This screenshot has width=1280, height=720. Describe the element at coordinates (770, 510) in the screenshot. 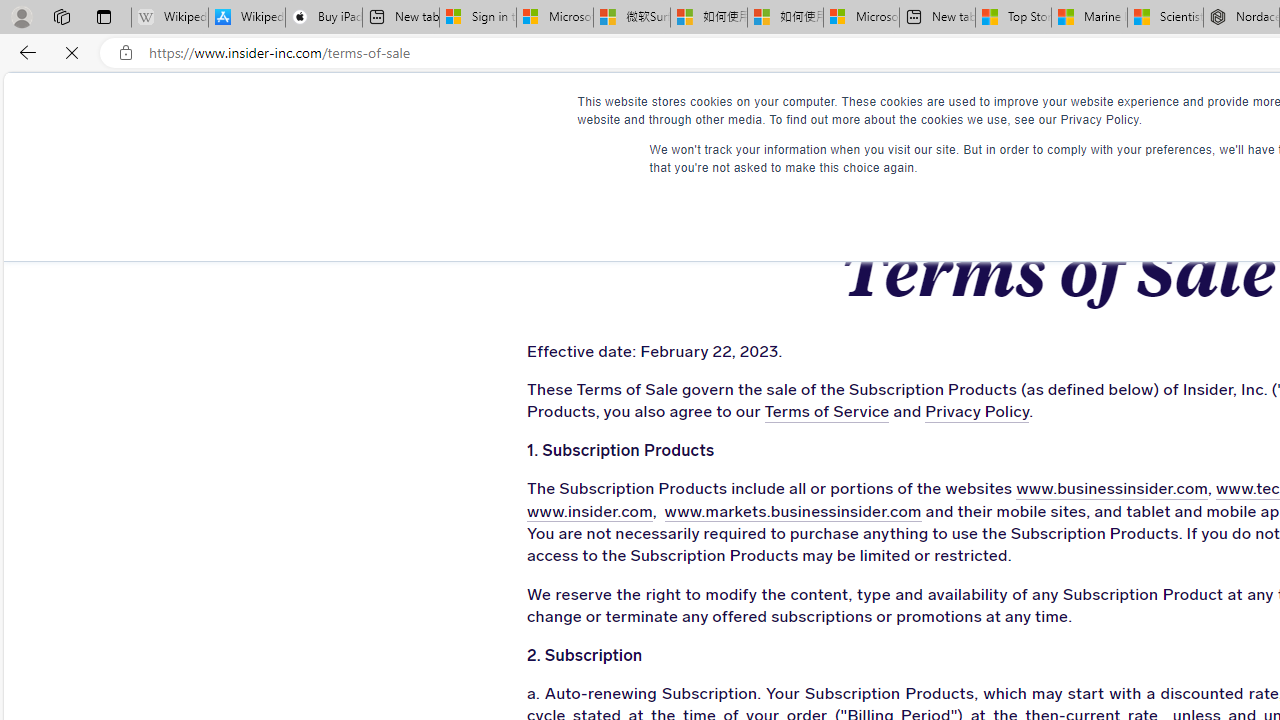

I see `'www.markets.businessinsider.com'` at that location.